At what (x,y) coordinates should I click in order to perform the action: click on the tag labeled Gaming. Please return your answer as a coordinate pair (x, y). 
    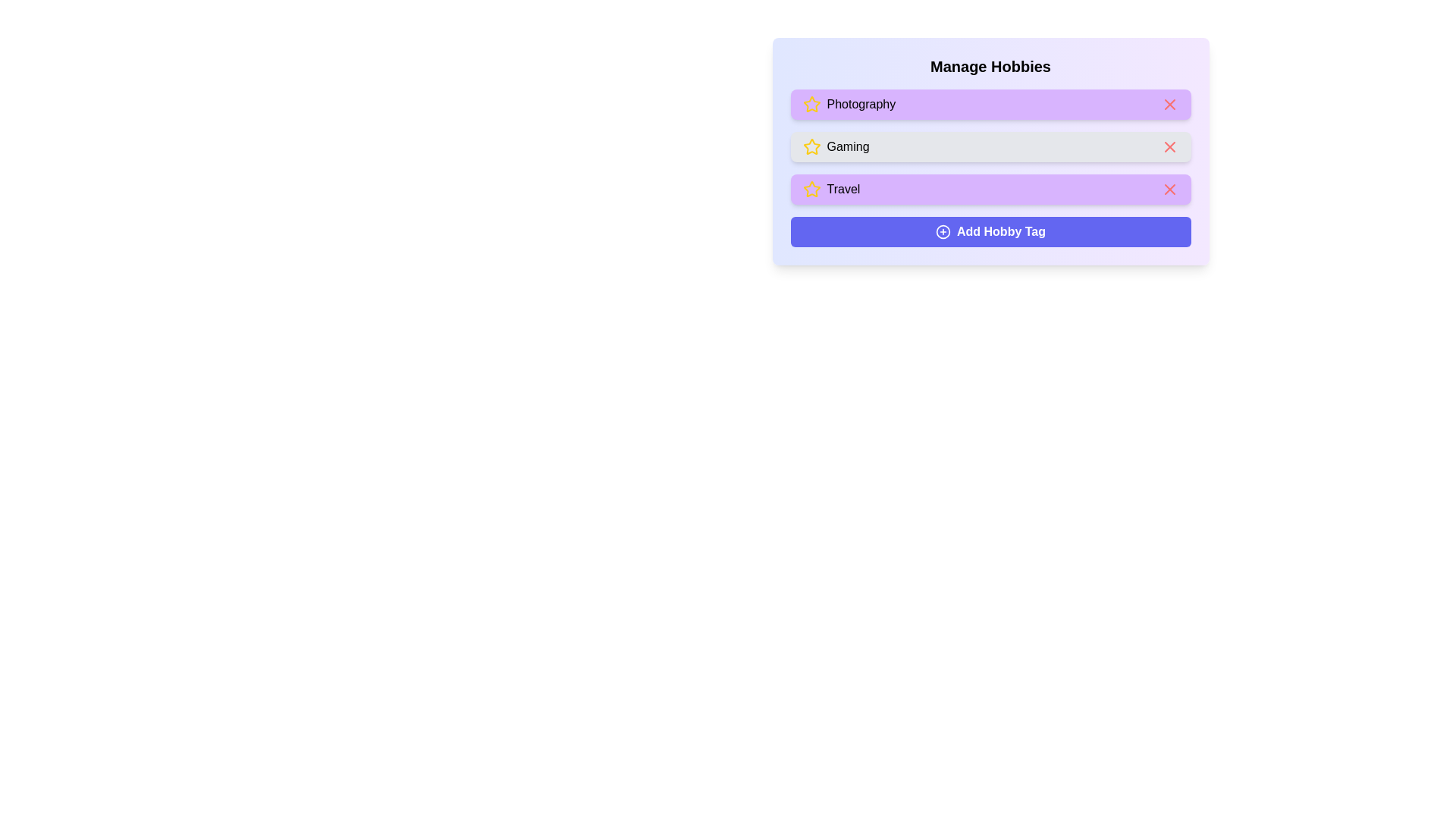
    Looking at the image, I should click on (990, 146).